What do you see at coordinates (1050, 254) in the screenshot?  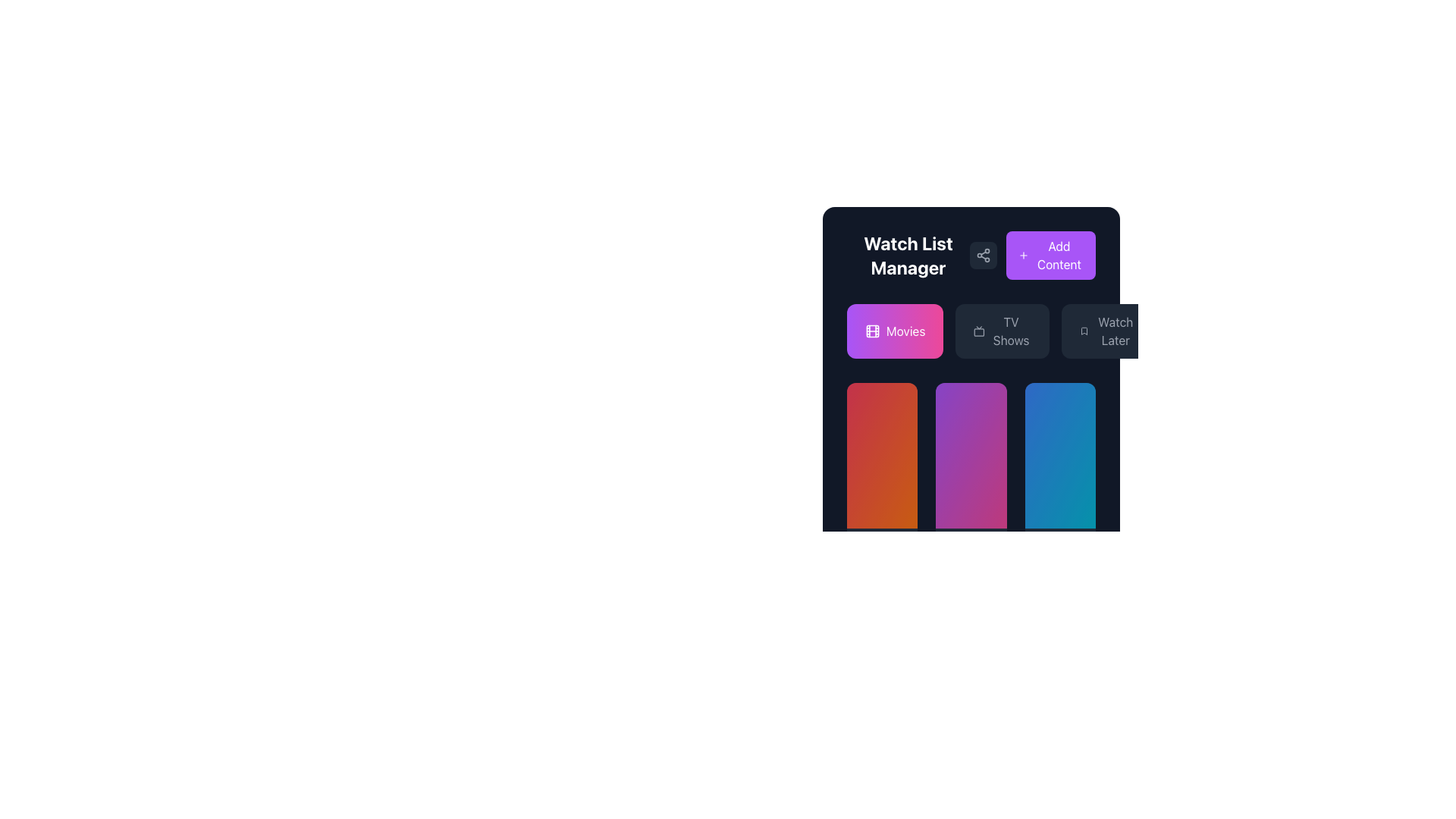 I see `the 'Add Content' button, which is a purple button with white text and a plus icon, located under 'Watch List Manager'` at bounding box center [1050, 254].